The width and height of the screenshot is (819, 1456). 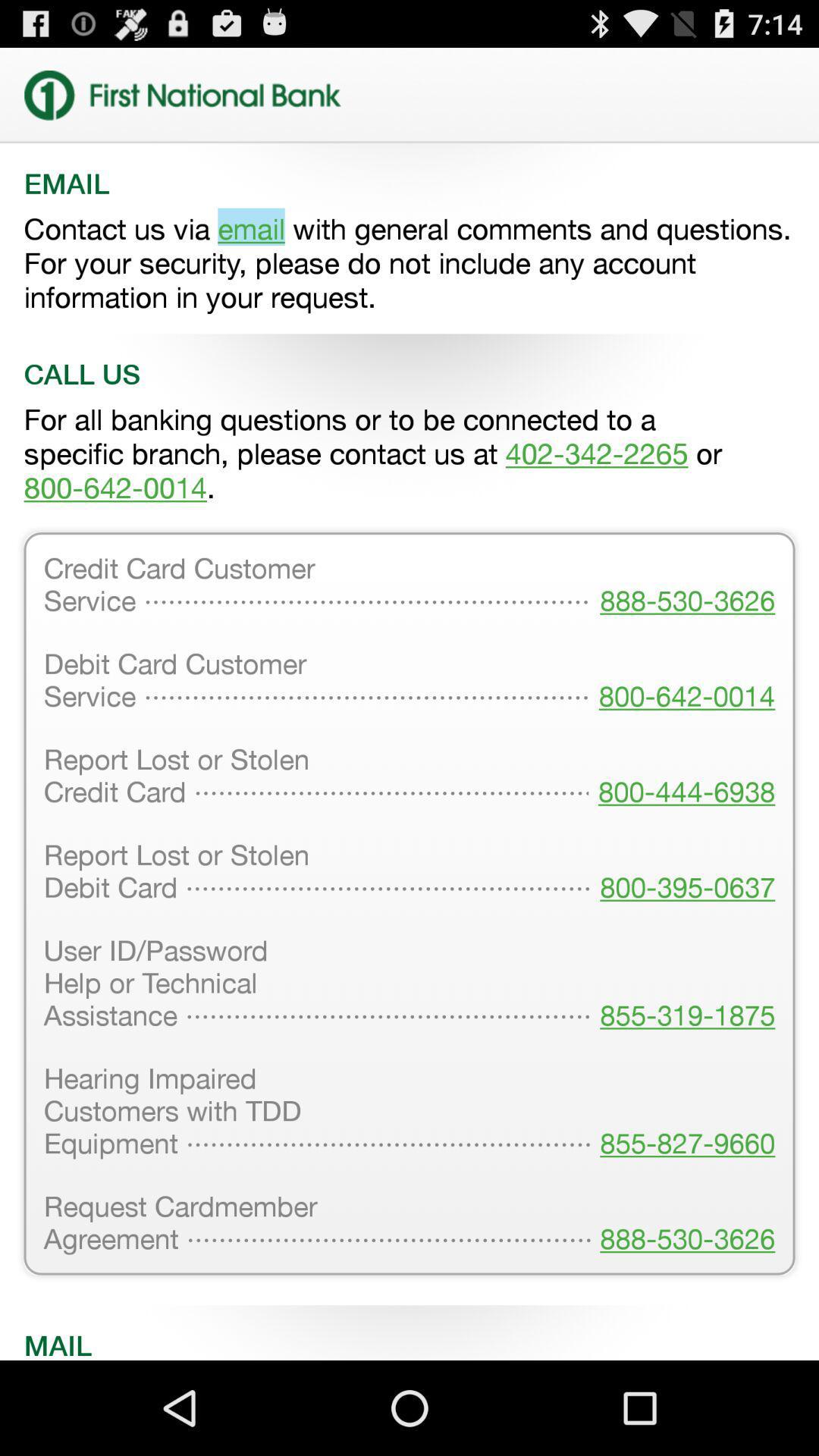 I want to click on the item above hearing impaired customers, so click(x=682, y=984).